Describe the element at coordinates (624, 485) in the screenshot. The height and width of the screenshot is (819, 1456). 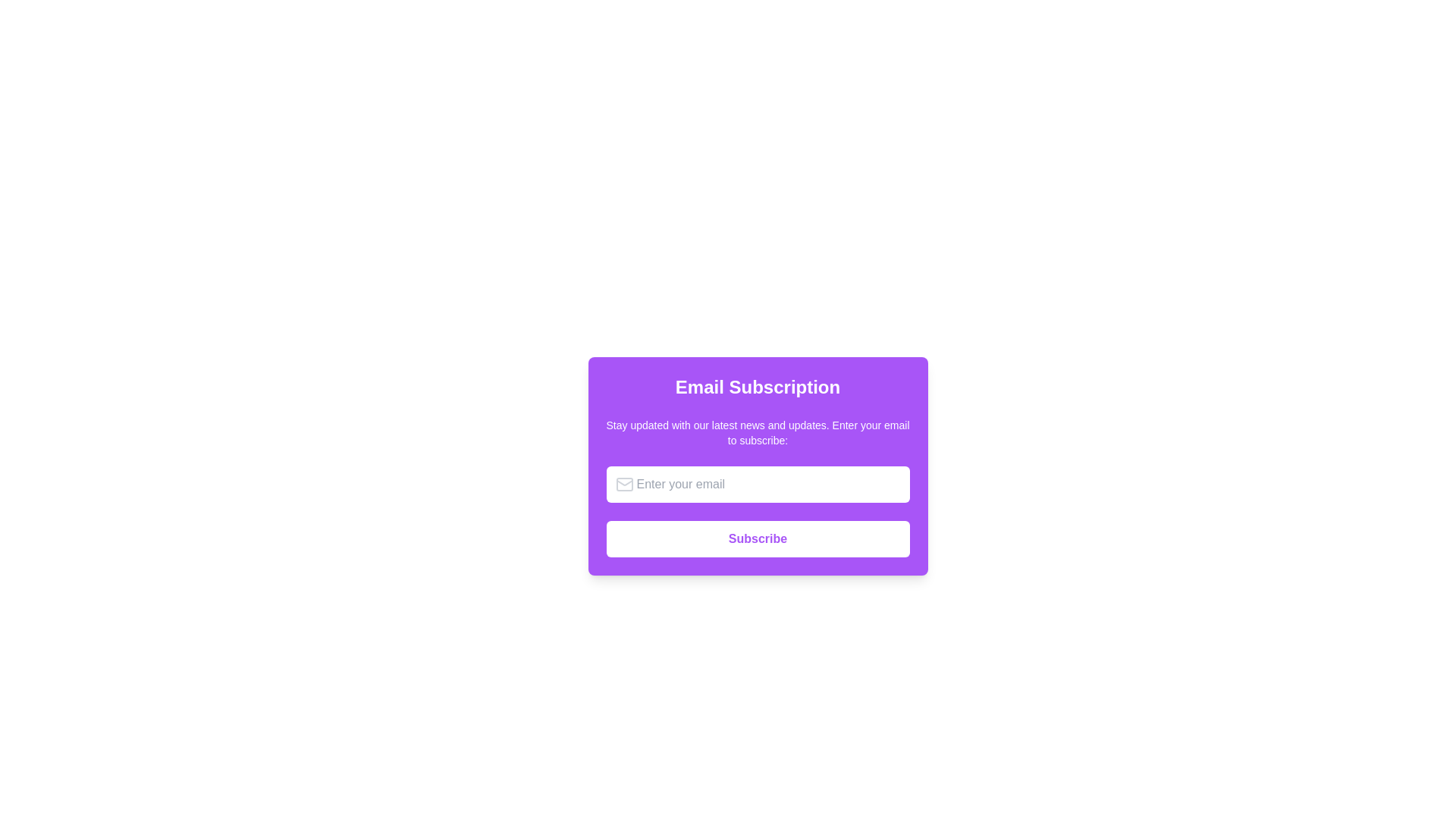
I see `the decorative email envelope icon, which is an SVG element located to the left of the 'Enter your email' input field` at that location.